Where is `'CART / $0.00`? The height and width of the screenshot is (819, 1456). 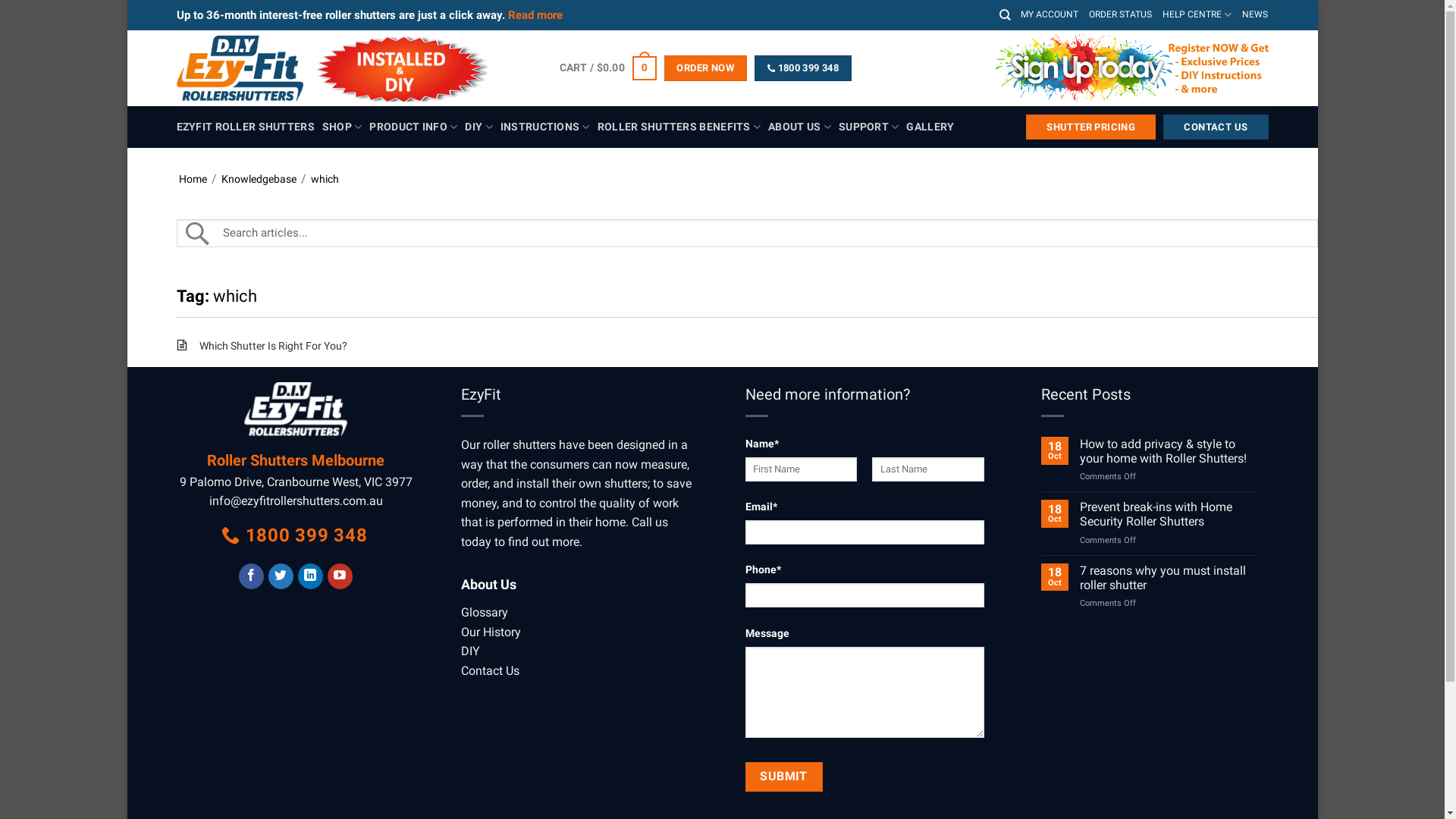 'CART / $0.00 is located at coordinates (607, 67).